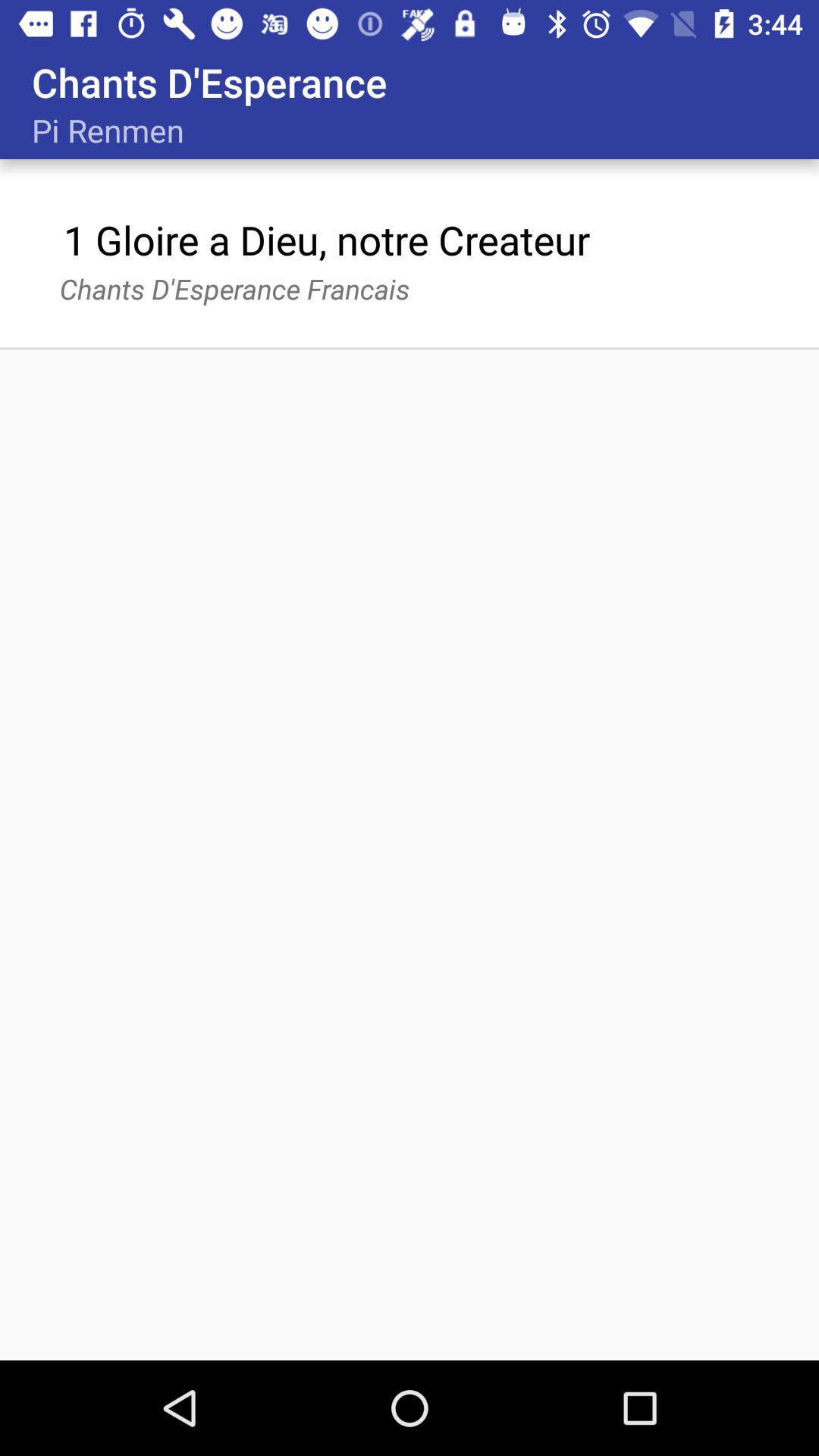 Image resolution: width=819 pixels, height=1456 pixels. I want to click on the 1 gloire a item, so click(326, 239).